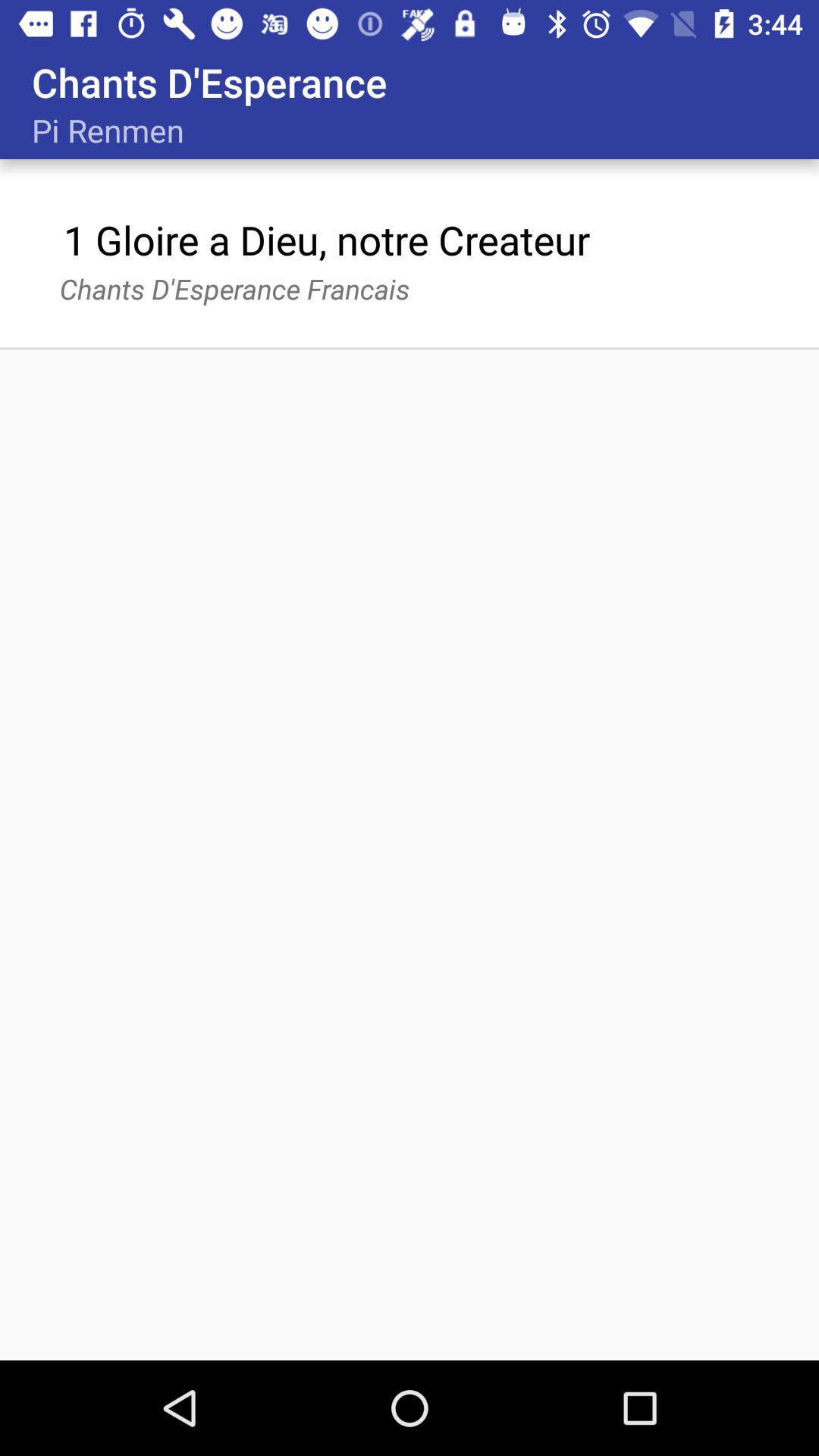 Image resolution: width=819 pixels, height=1456 pixels. I want to click on the 1 gloire a item, so click(326, 239).